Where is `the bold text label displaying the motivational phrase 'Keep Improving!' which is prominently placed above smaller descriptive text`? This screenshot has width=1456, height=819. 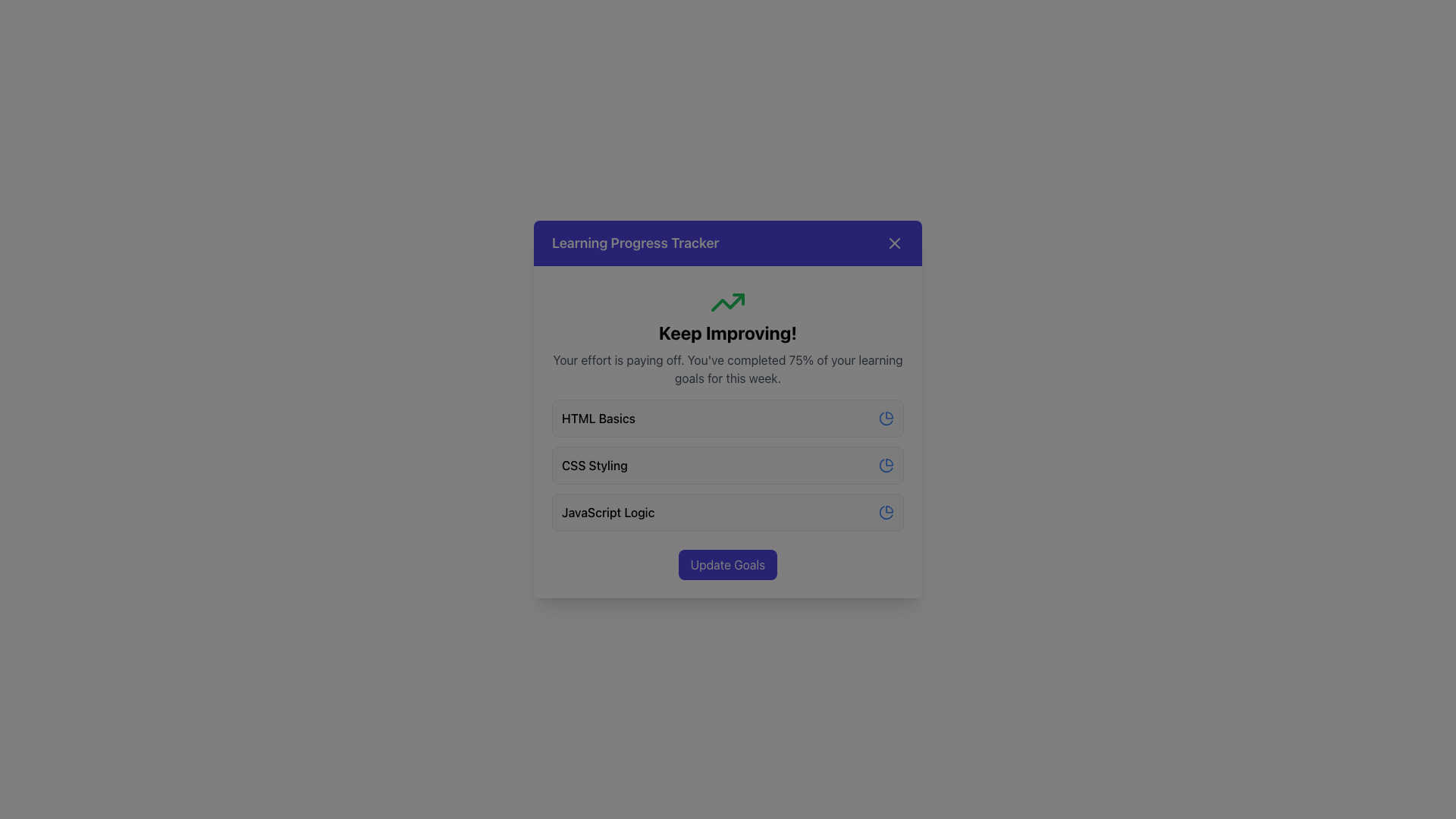 the bold text label displaying the motivational phrase 'Keep Improving!' which is prominently placed above smaller descriptive text is located at coordinates (728, 332).